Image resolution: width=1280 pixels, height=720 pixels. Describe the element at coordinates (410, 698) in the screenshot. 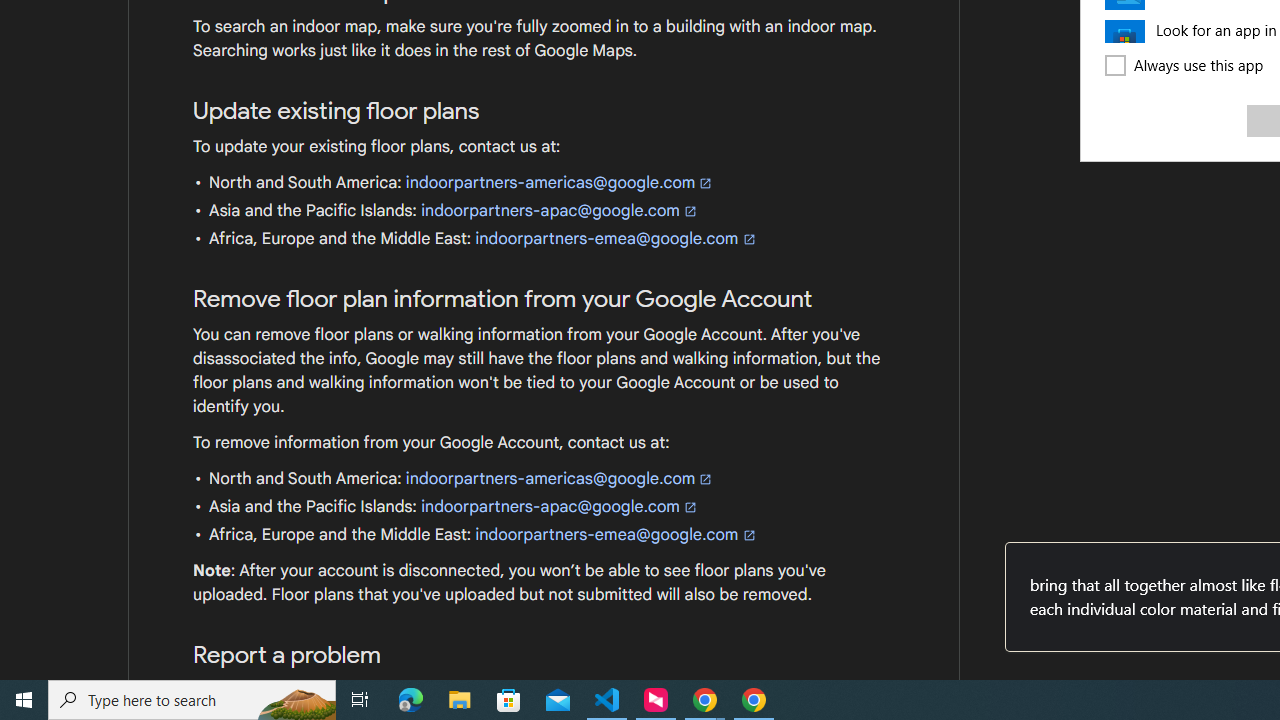

I see `'Microsoft Edge'` at that location.